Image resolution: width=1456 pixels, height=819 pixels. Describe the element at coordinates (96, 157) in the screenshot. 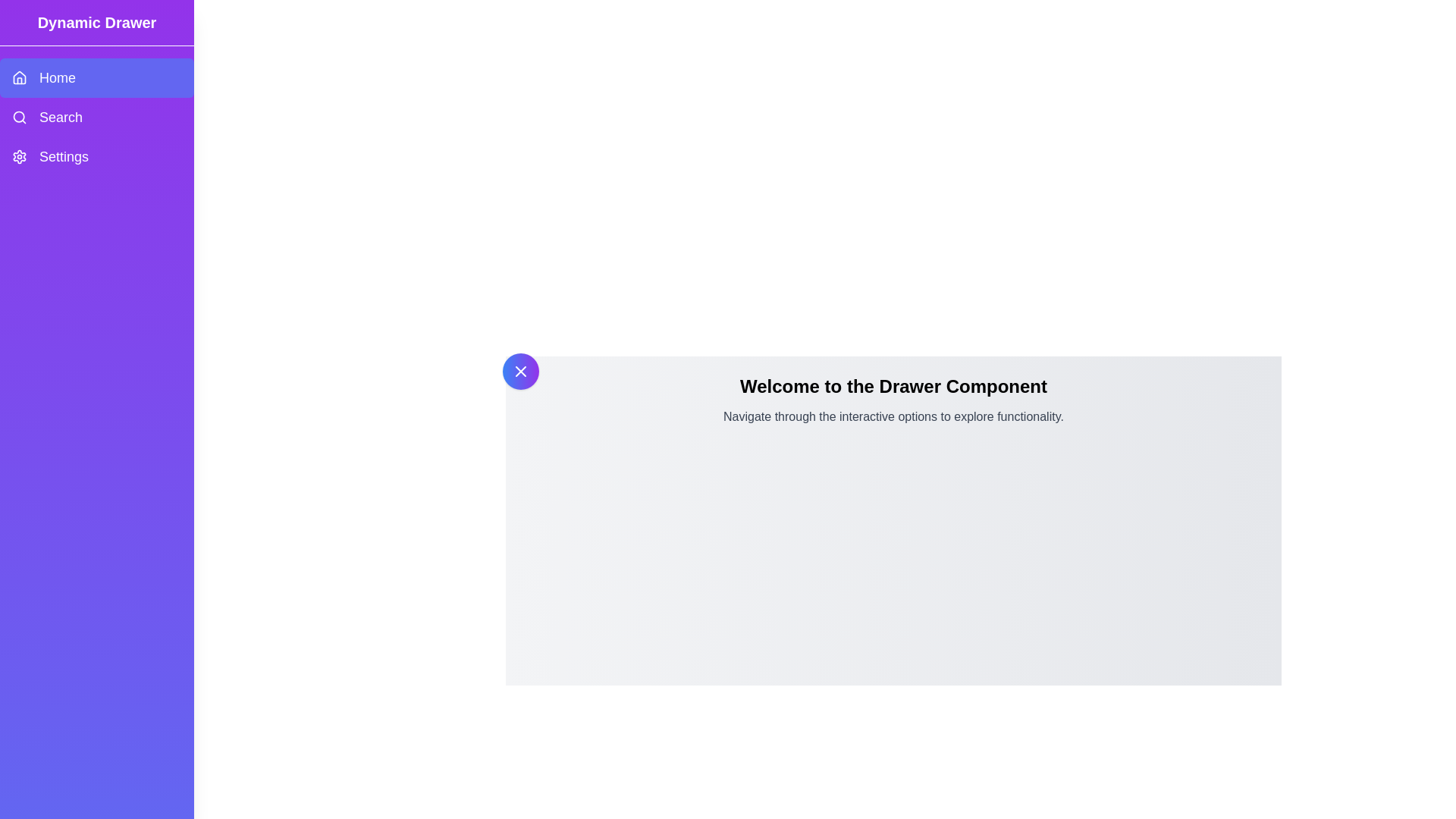

I see `the menu item Settings` at that location.